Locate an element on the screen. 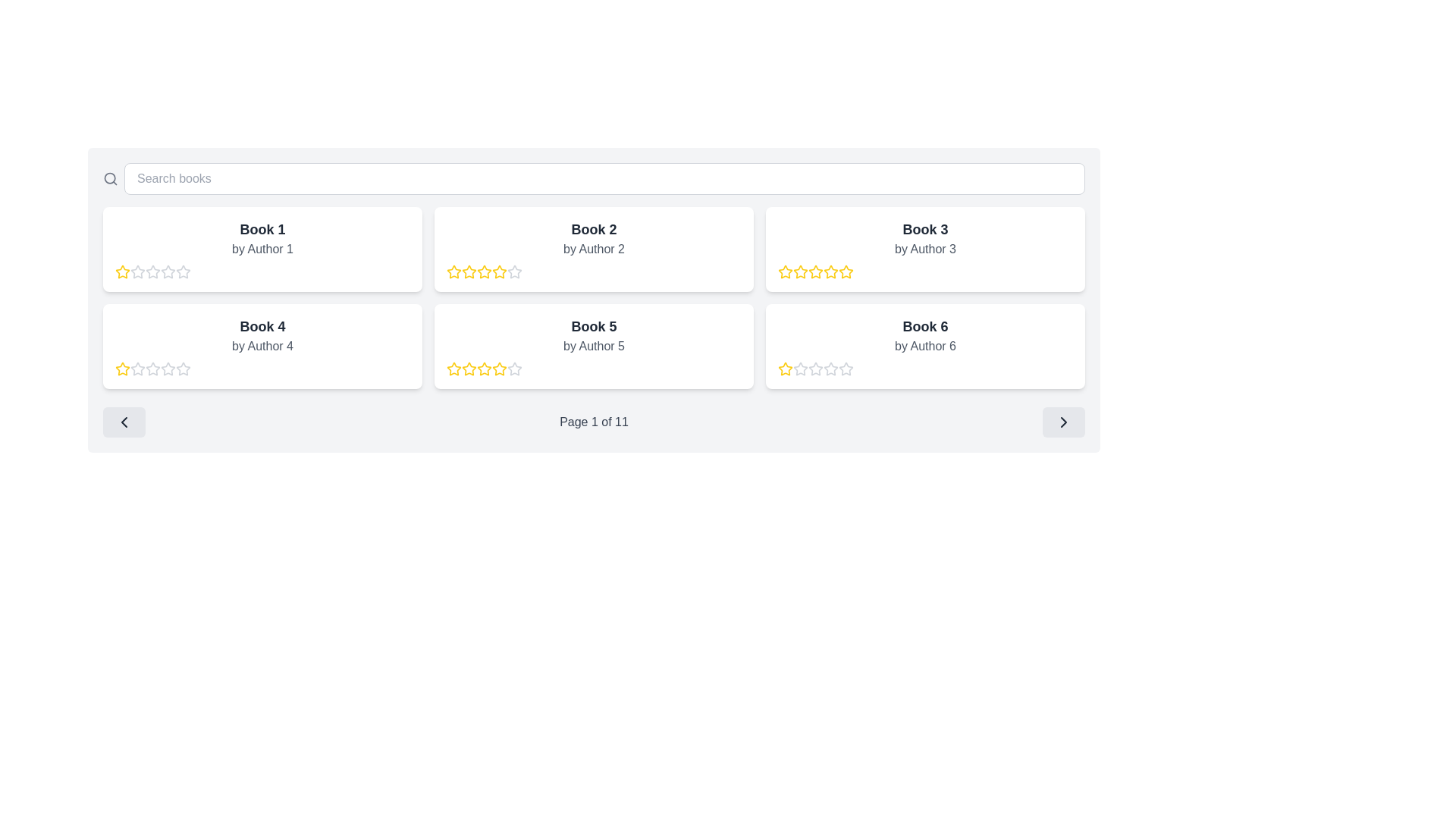 Image resolution: width=1456 pixels, height=819 pixels. the outlined star icon, which is the seventh star in the rating lineup under 'Book 5' by 'Author 5' is located at coordinates (514, 369).